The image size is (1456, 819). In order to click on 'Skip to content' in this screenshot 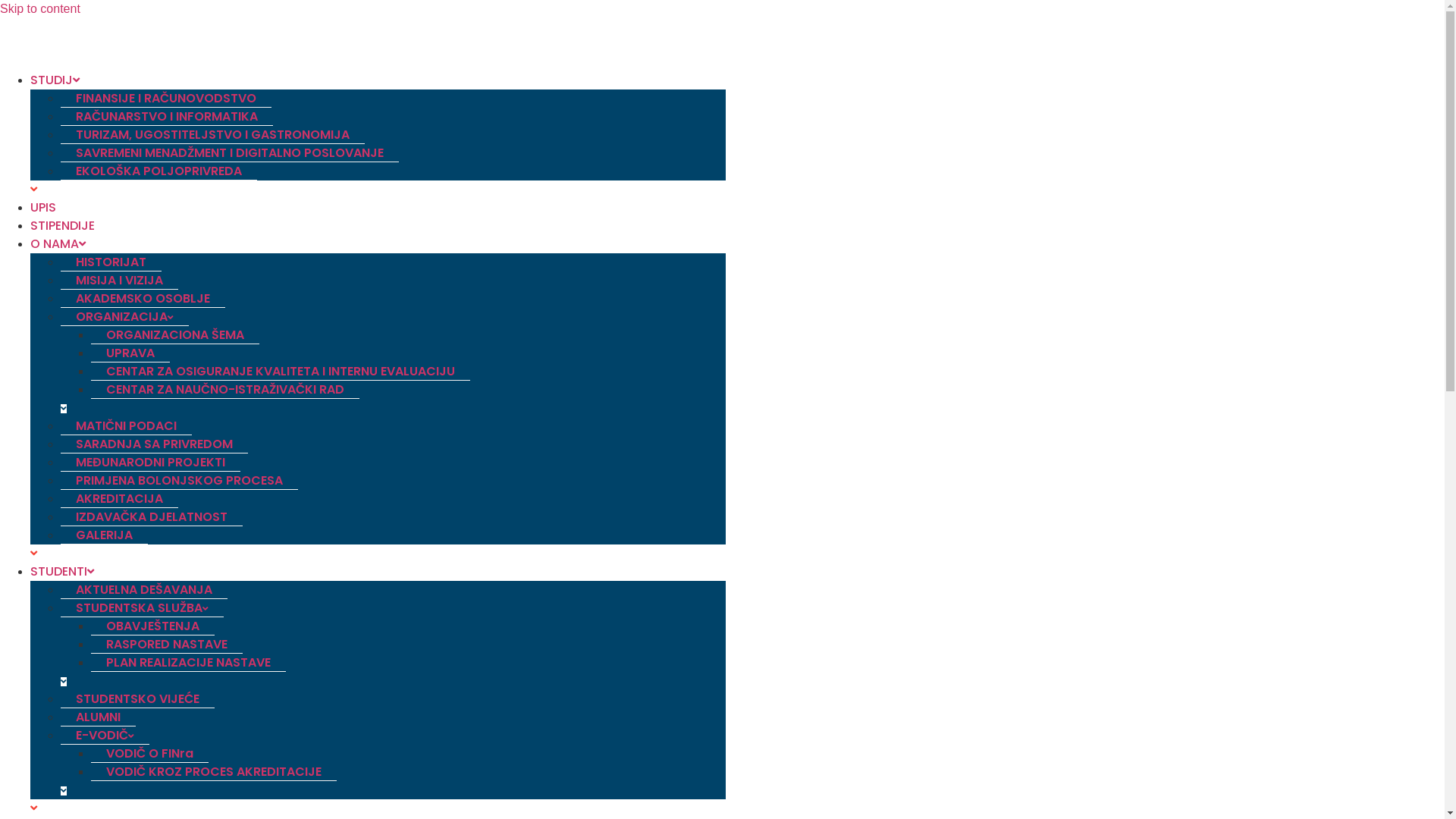, I will do `click(39, 8)`.